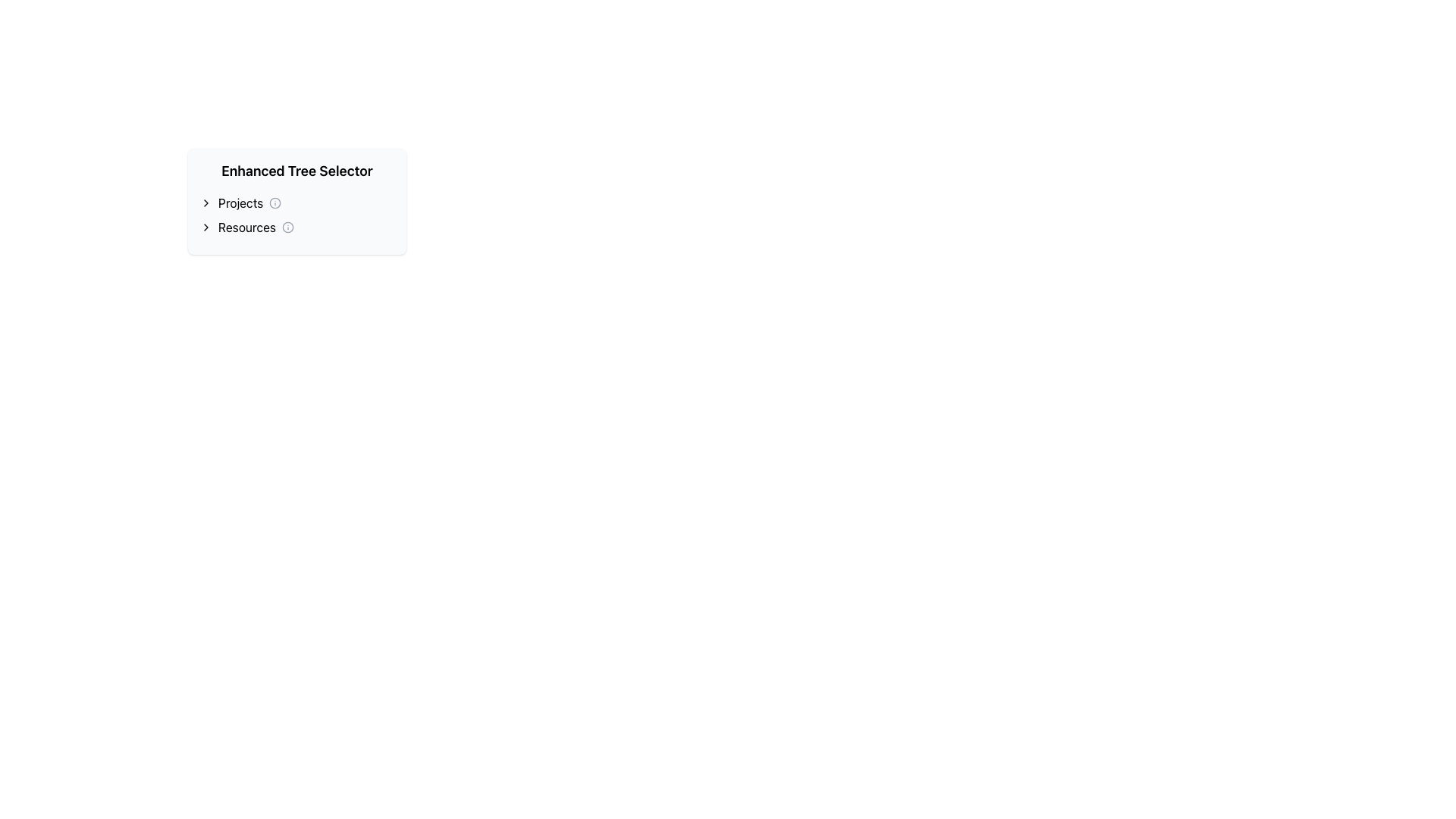 The width and height of the screenshot is (1456, 819). I want to click on the circular icon adjacent to the 'Projects' label, which has a simplistic design and solid outline, so click(275, 202).